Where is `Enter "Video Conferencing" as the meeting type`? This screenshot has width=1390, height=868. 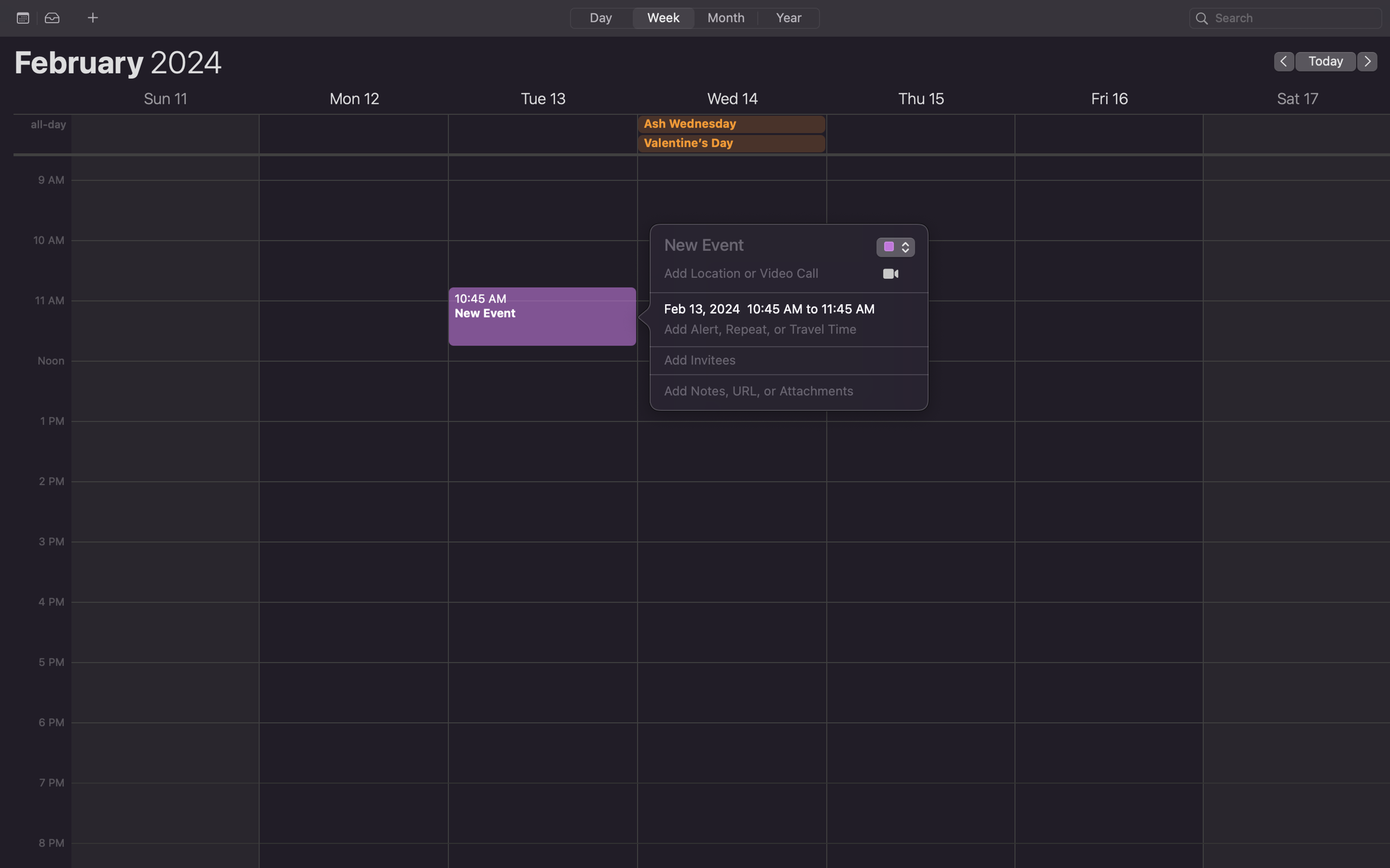 Enter "Video Conferencing" as the meeting type is located at coordinates (887, 249).